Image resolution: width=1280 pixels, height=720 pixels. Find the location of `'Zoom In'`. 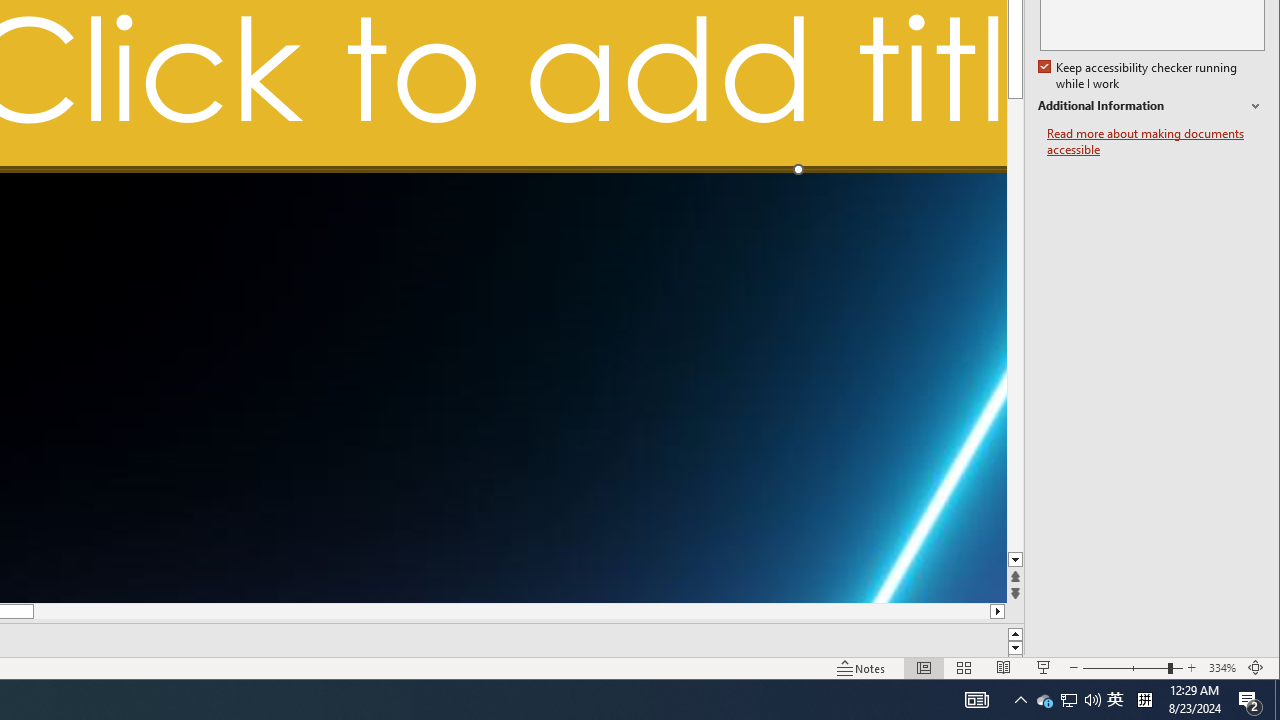

'Zoom In' is located at coordinates (1125, 668).